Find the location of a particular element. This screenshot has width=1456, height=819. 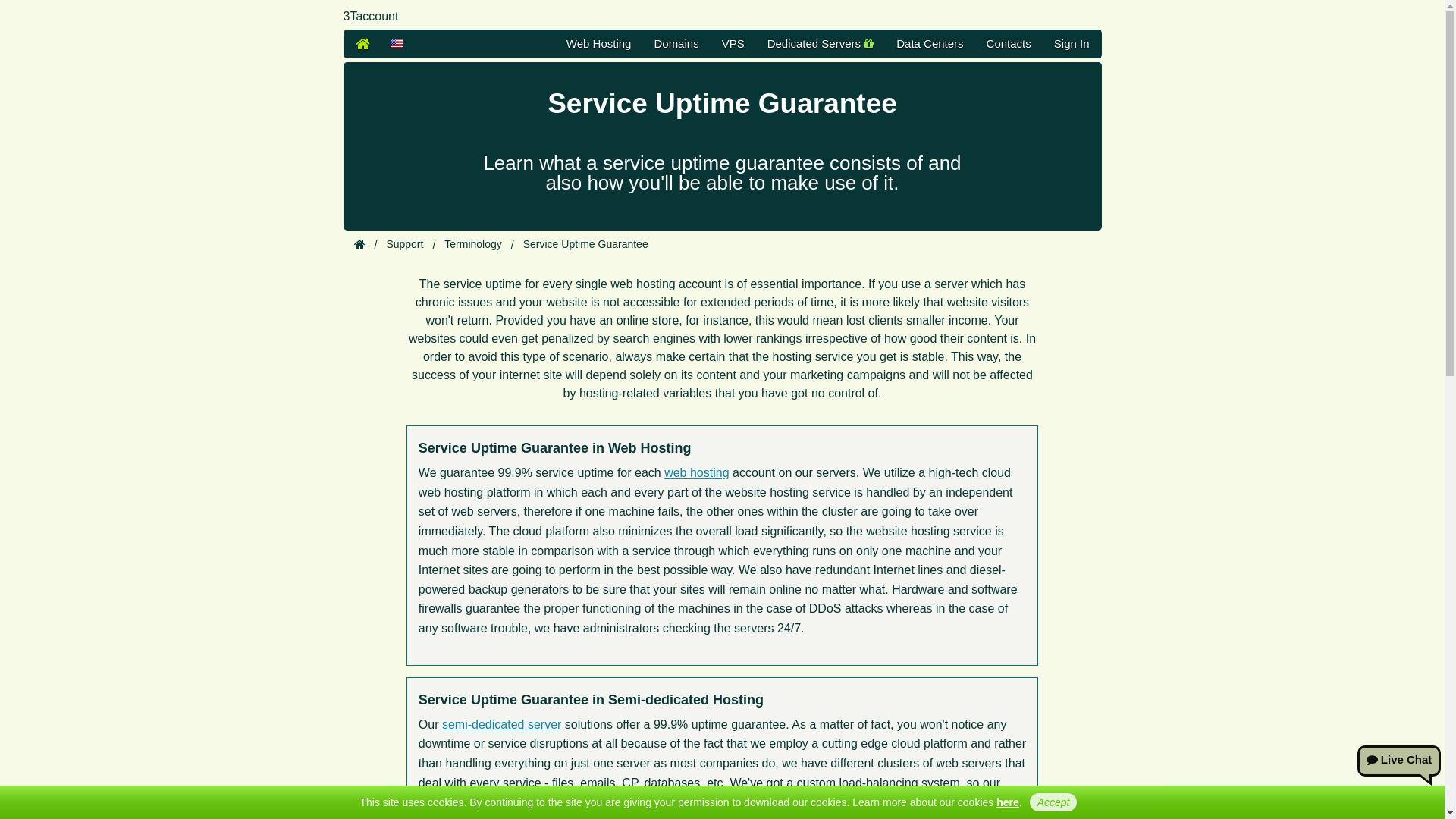

'Dedicated Servers' is located at coordinates (820, 42).